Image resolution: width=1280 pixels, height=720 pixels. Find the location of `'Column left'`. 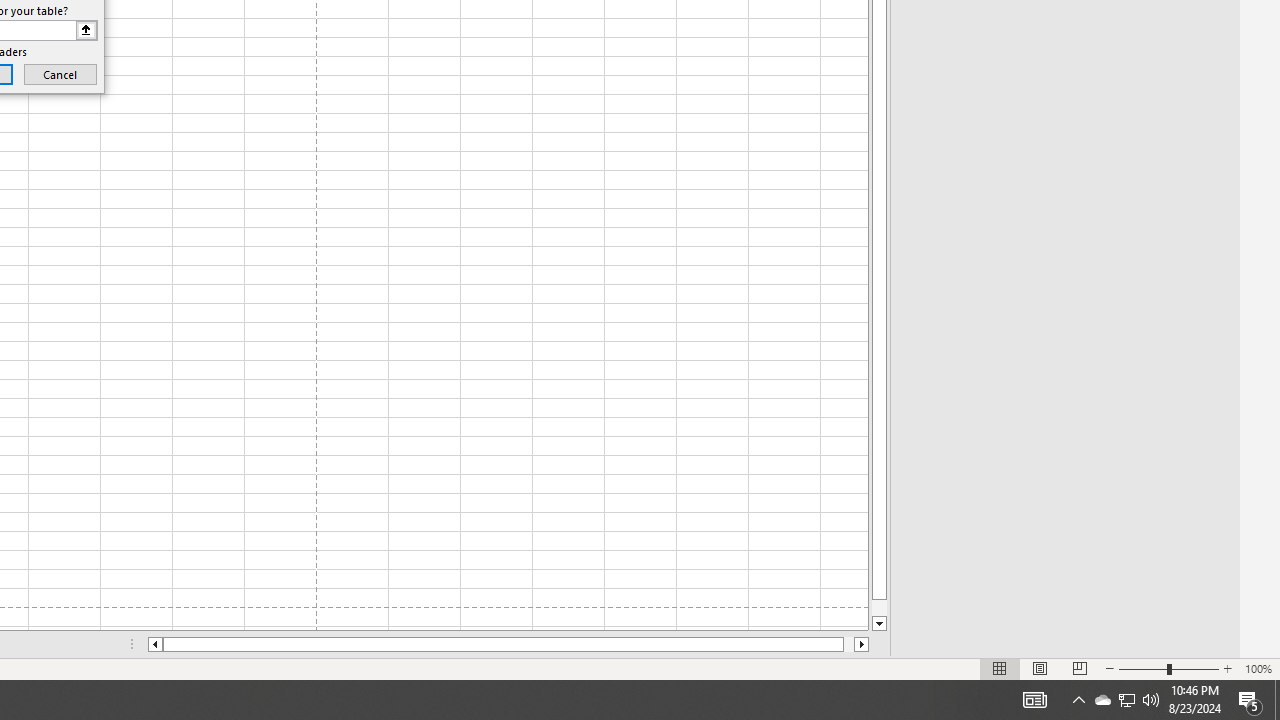

'Column left' is located at coordinates (153, 644).